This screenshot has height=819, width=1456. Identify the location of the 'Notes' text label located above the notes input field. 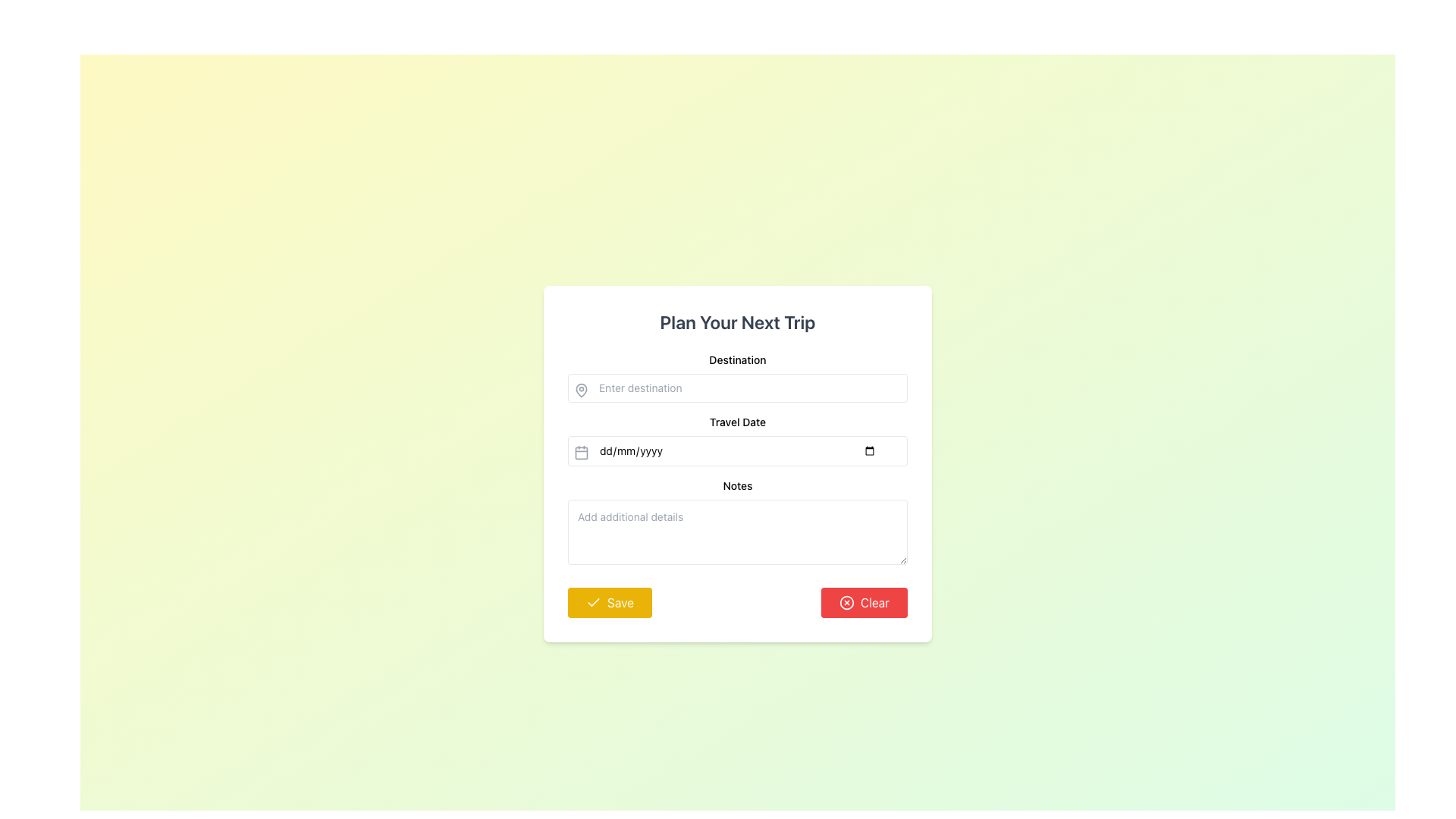
(738, 485).